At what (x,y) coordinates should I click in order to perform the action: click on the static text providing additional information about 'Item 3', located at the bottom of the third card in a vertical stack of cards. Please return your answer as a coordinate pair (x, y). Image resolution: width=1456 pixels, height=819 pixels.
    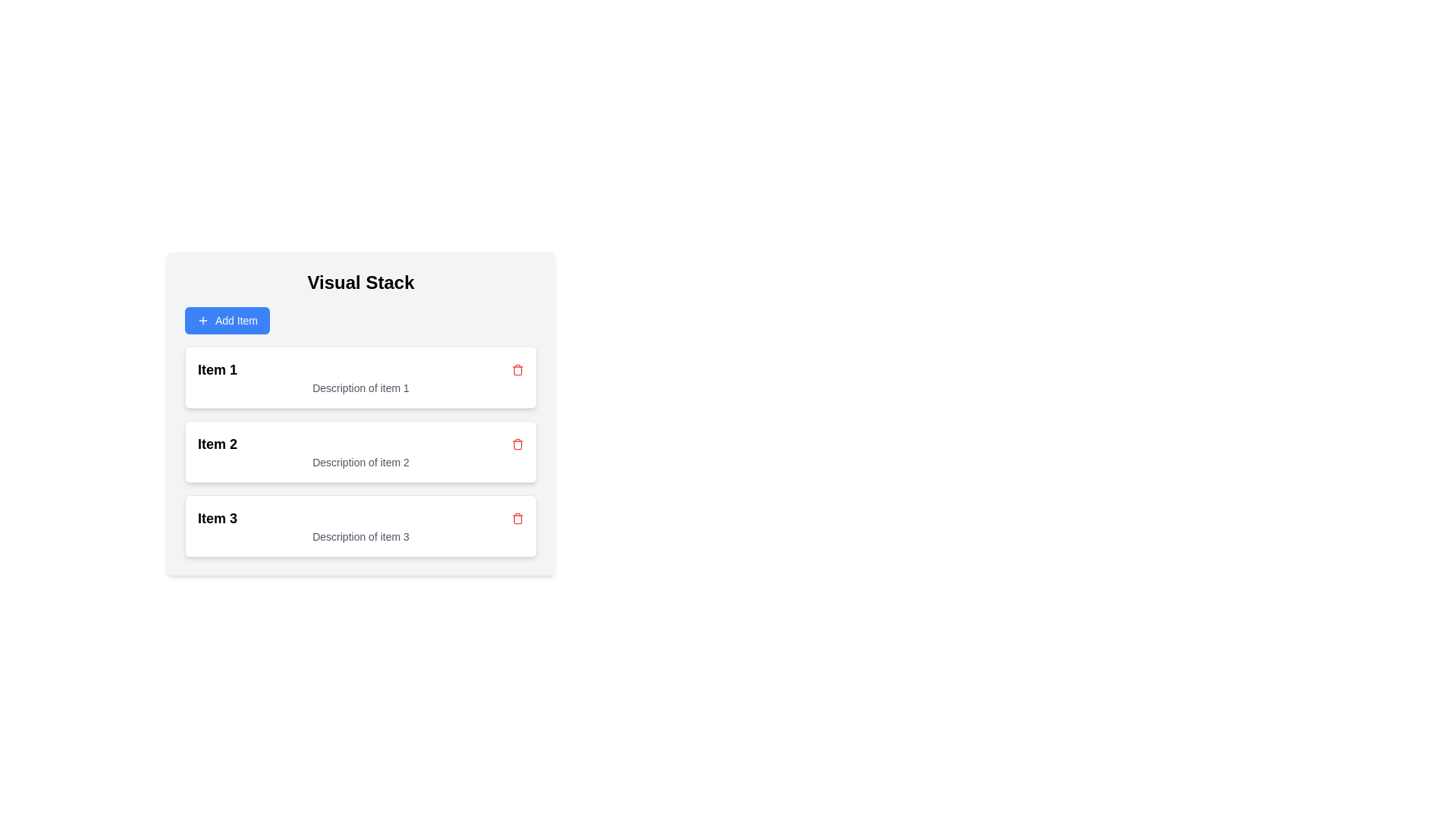
    Looking at the image, I should click on (359, 536).